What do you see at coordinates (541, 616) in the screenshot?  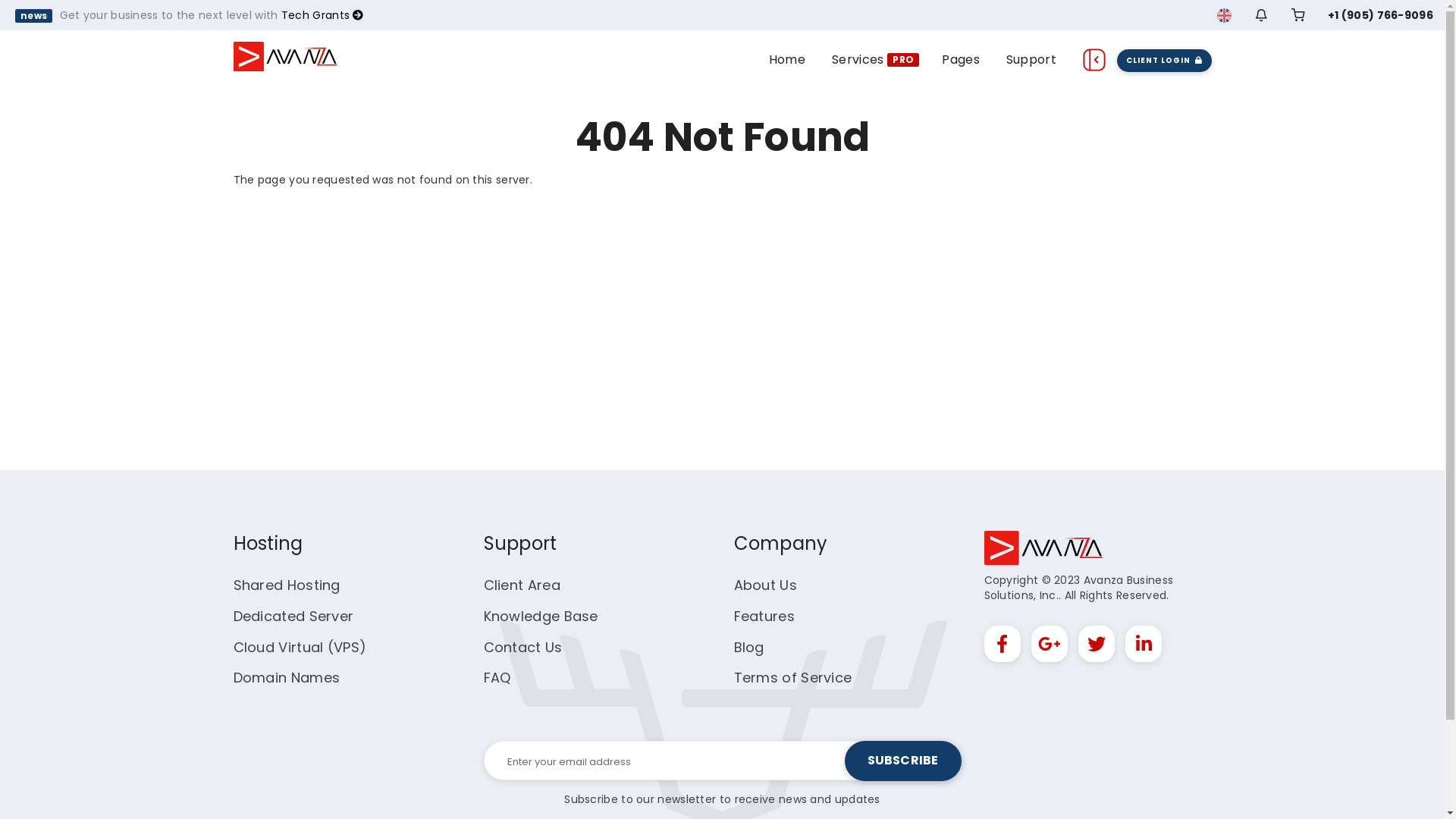 I see `'Knowledge Base'` at bounding box center [541, 616].